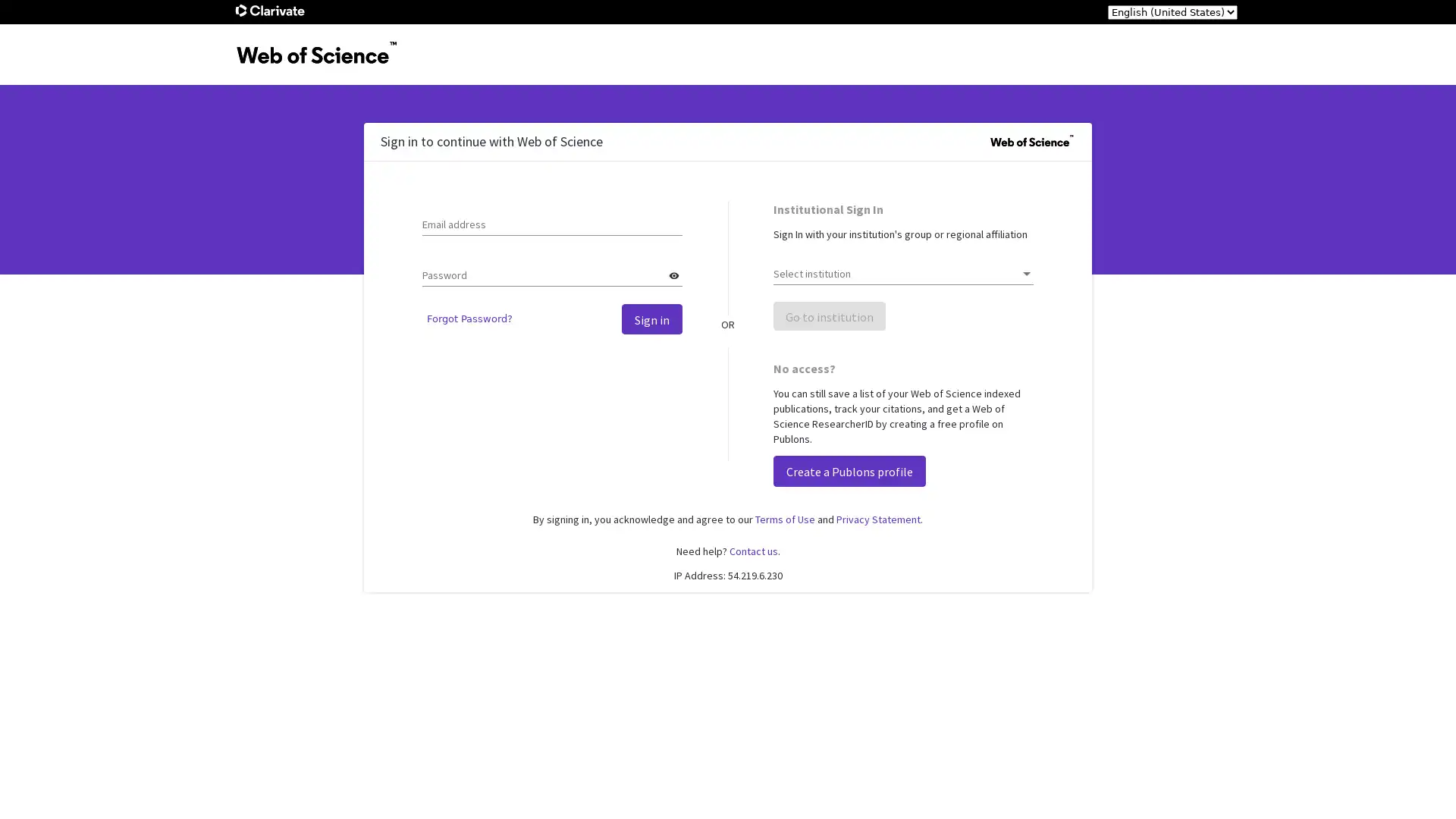 Image resolution: width=1456 pixels, height=819 pixels. Describe the element at coordinates (651, 318) in the screenshot. I see `Sign in` at that location.